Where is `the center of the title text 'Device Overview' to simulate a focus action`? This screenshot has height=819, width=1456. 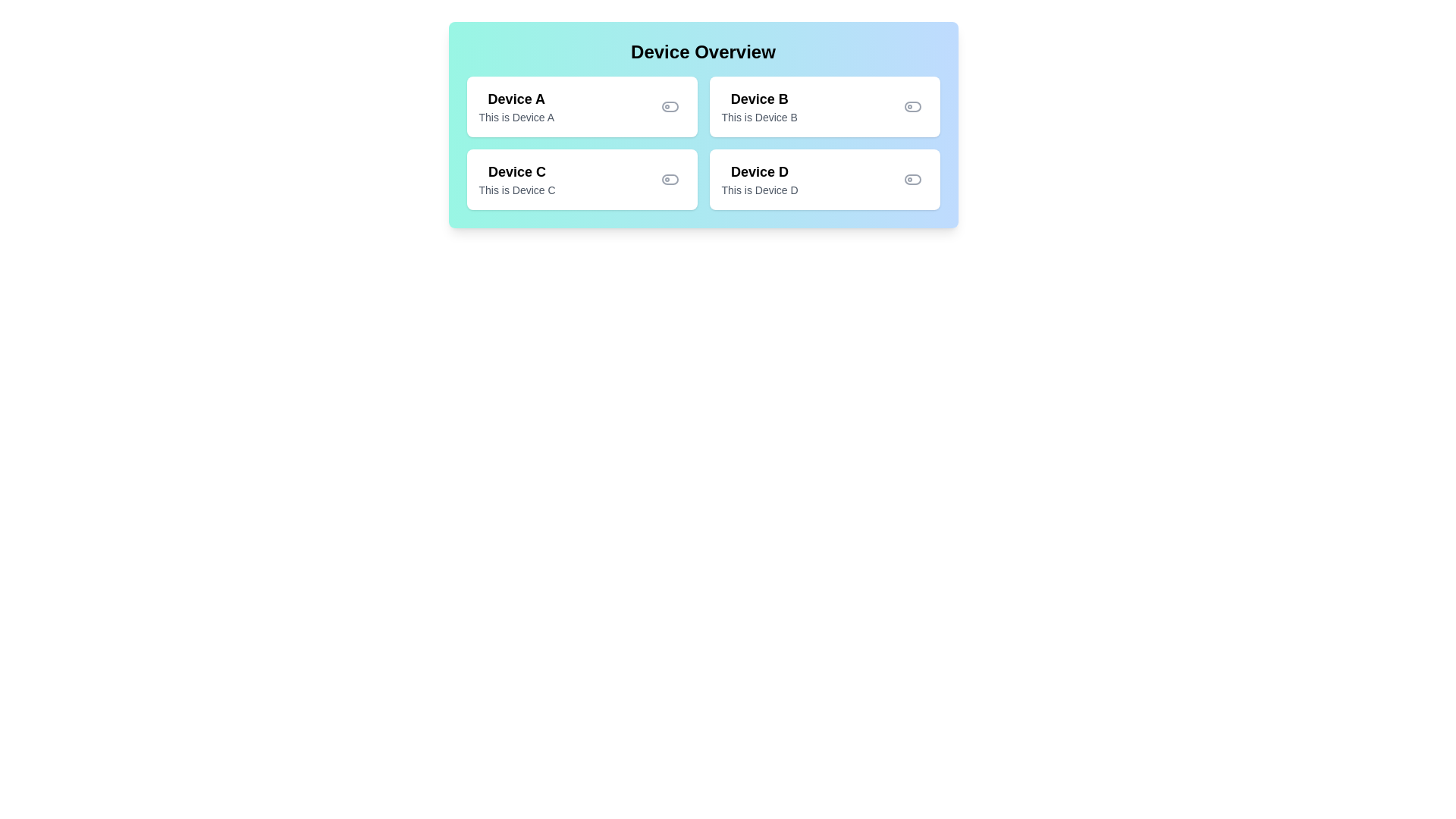
the center of the title text 'Device Overview' to simulate a focus action is located at coordinates (702, 52).